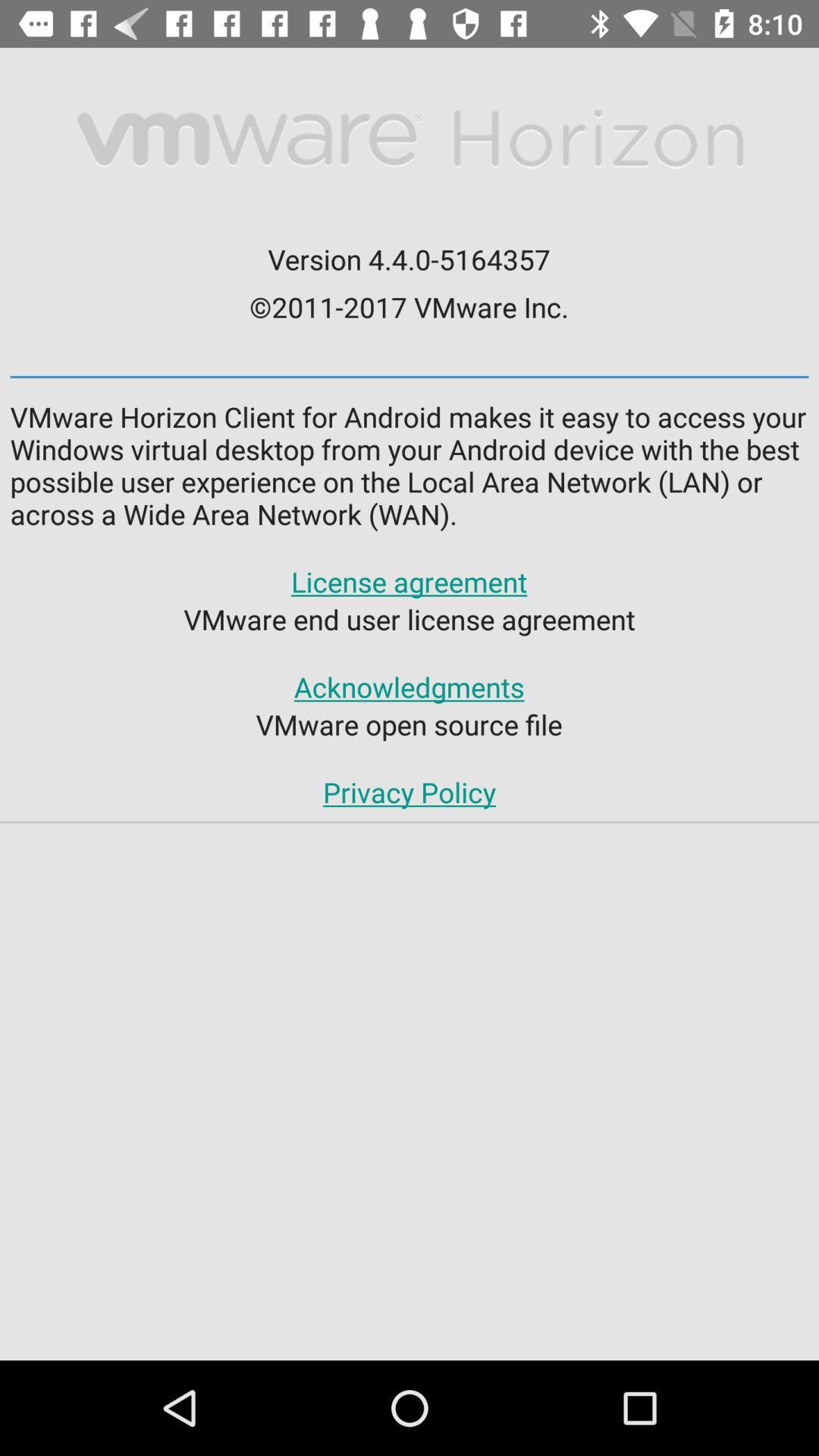 The width and height of the screenshot is (819, 1456). Describe the element at coordinates (408, 686) in the screenshot. I see `the app below vmware end user` at that location.